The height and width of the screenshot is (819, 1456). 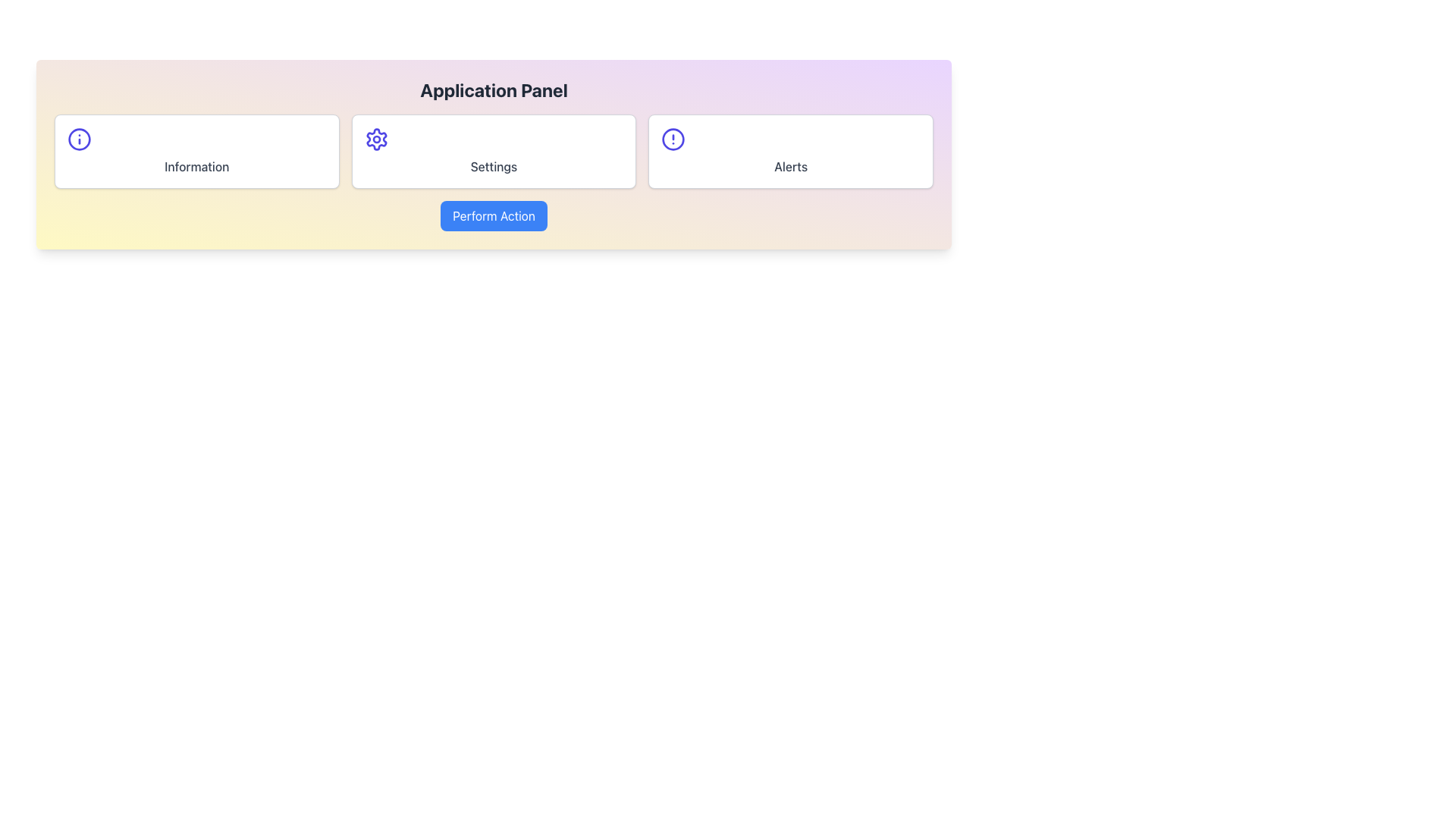 What do you see at coordinates (79, 140) in the screenshot?
I see `the blue circular SVG element located within the 'Information' icon on the leftmost side of the icon row` at bounding box center [79, 140].